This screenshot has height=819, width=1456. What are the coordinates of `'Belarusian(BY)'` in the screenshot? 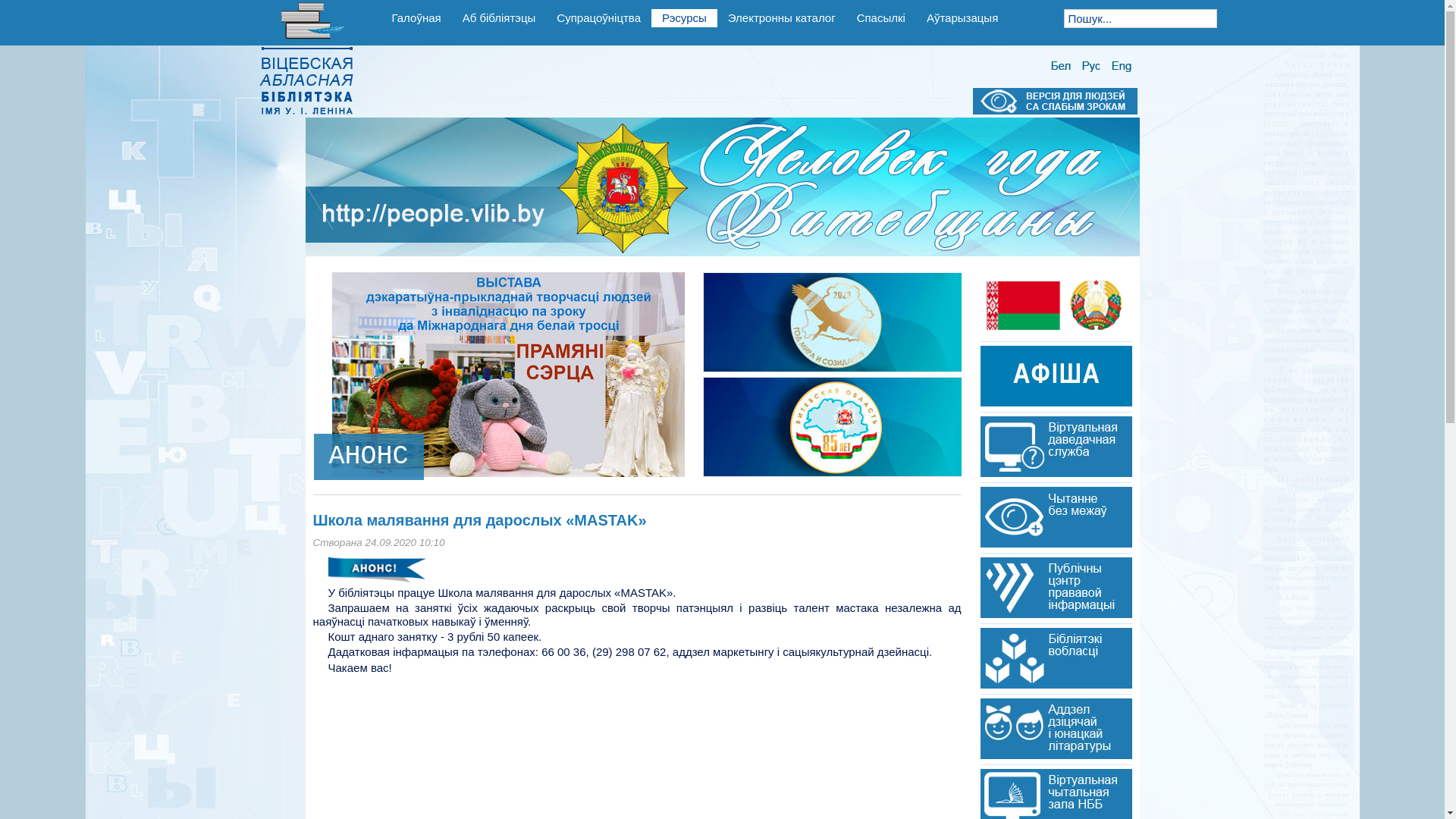 It's located at (1059, 66).